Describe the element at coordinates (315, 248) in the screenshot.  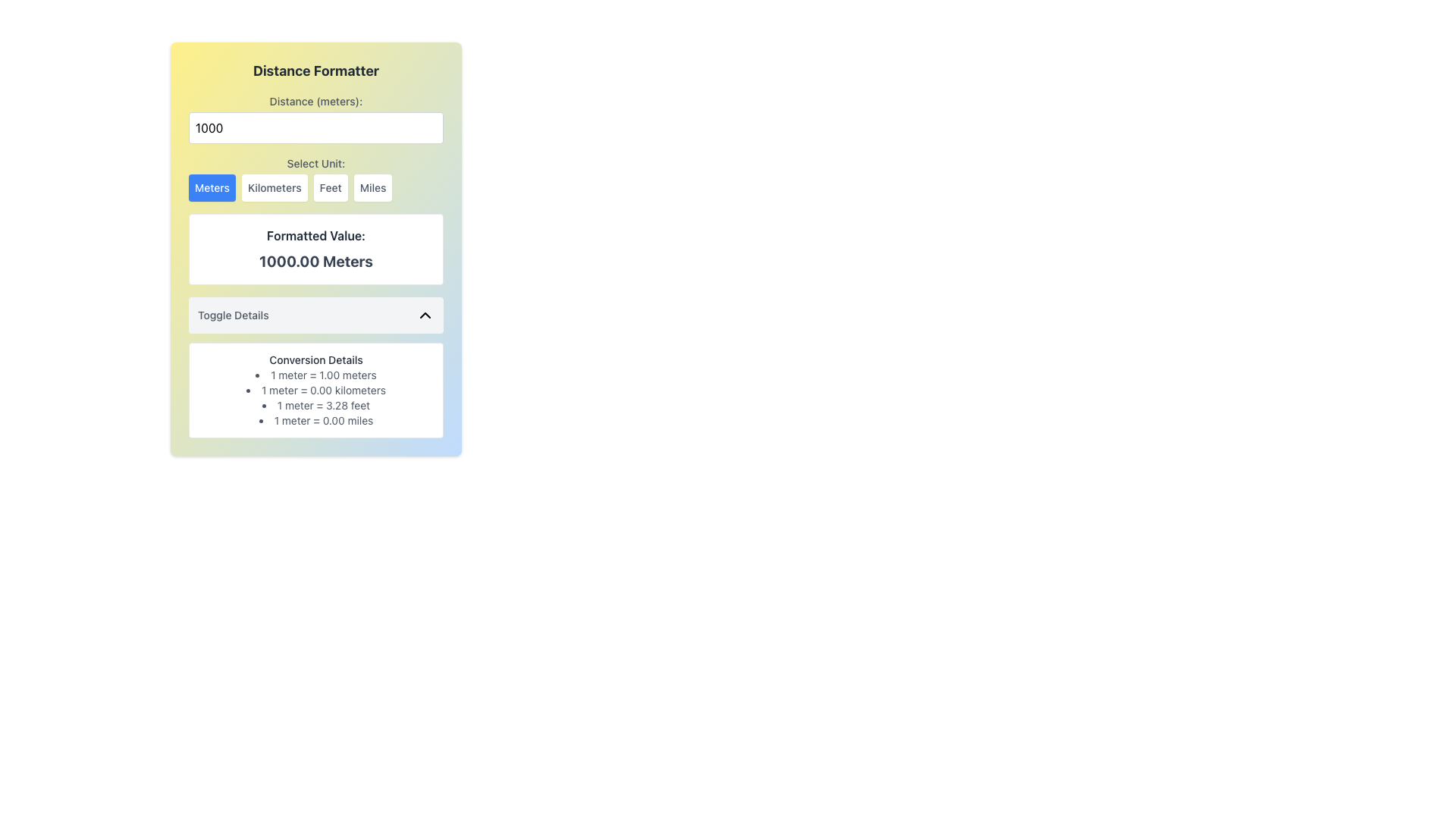
I see `the Display box that shows the formatted value of the entered distance, located below the 'Select Unit:' options and above the 'Toggle Details' section` at that location.